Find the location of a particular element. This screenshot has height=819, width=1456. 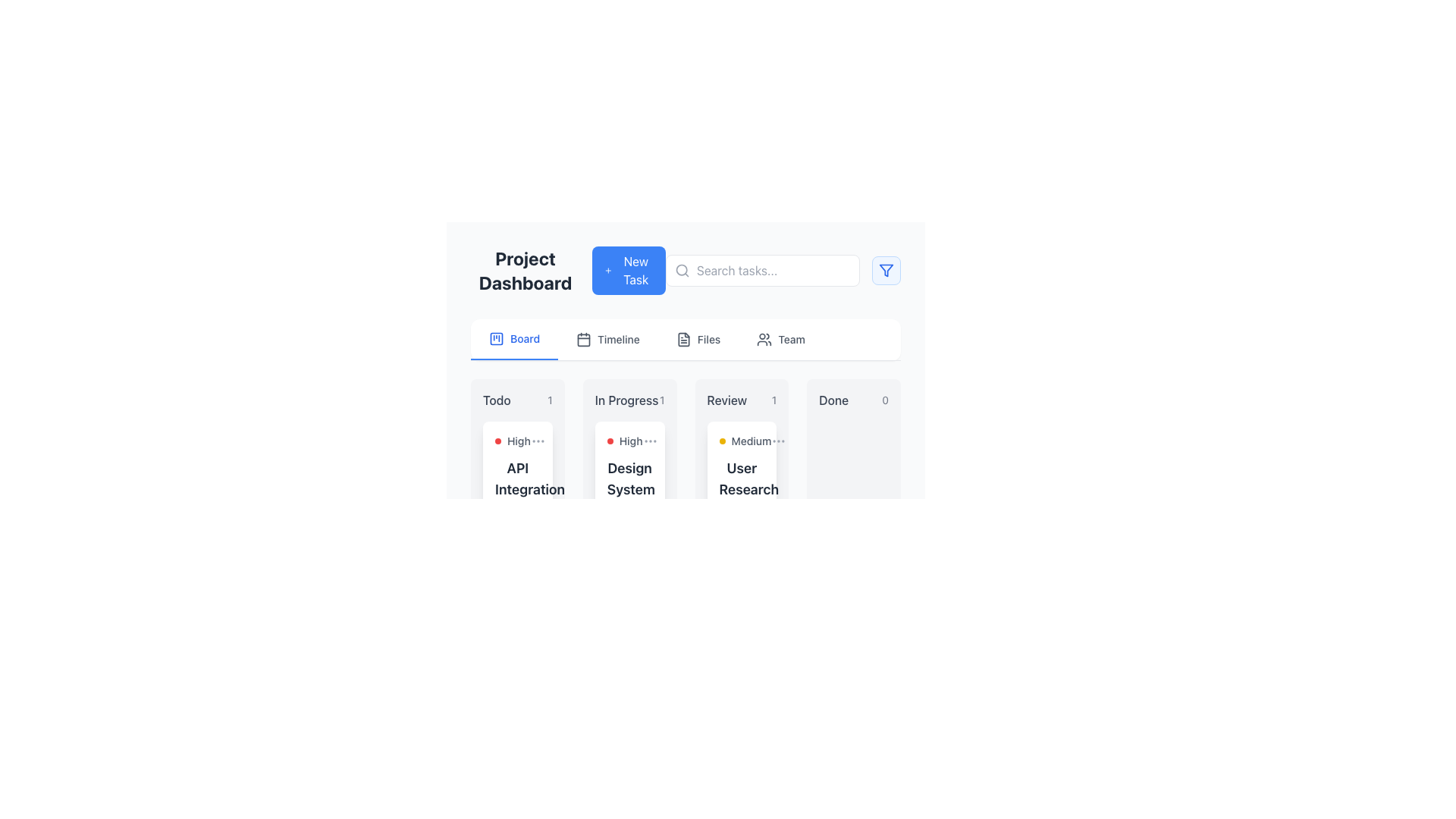

the decorative rounded rectangle within the calendar icon located in the navigation bar is located at coordinates (583, 339).